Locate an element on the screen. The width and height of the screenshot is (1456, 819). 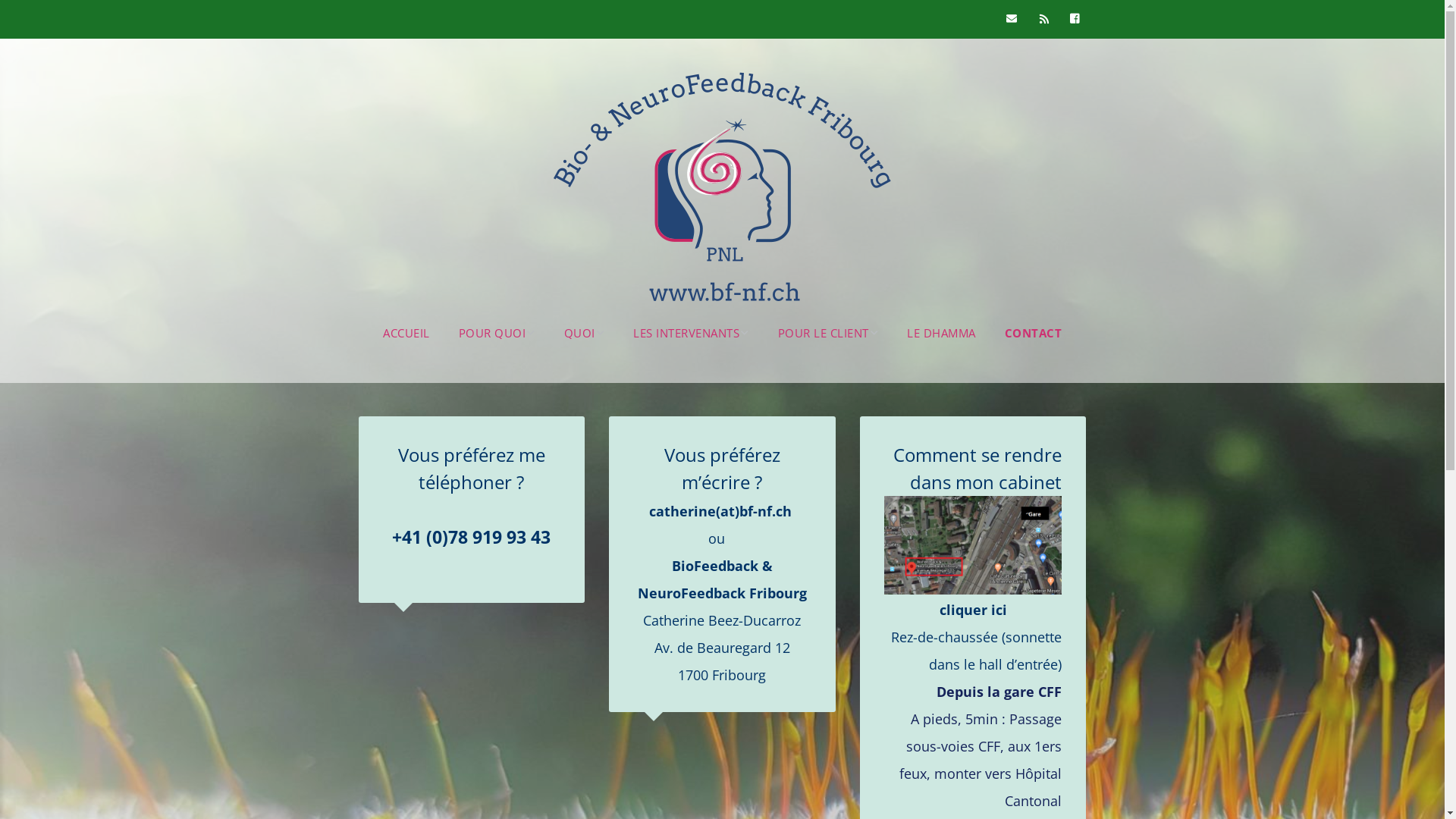
'ACCUEIL' is located at coordinates (406, 332).